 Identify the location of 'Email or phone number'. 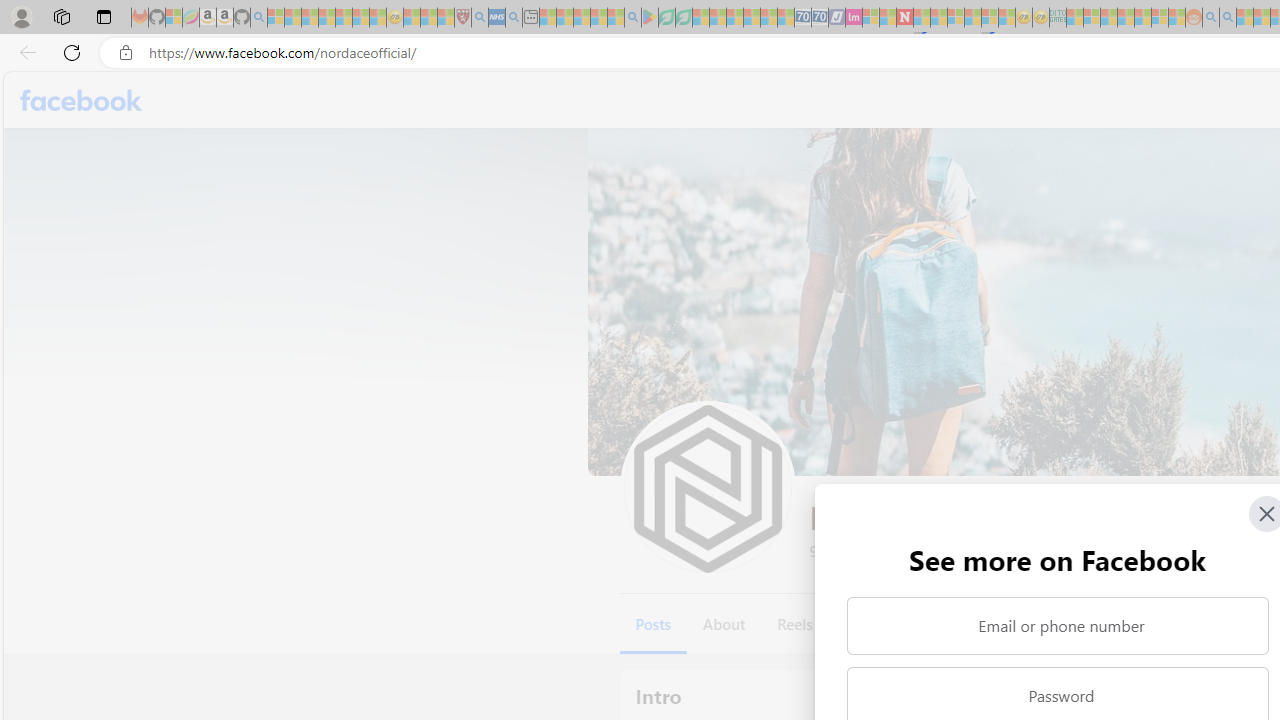
(1056, 625).